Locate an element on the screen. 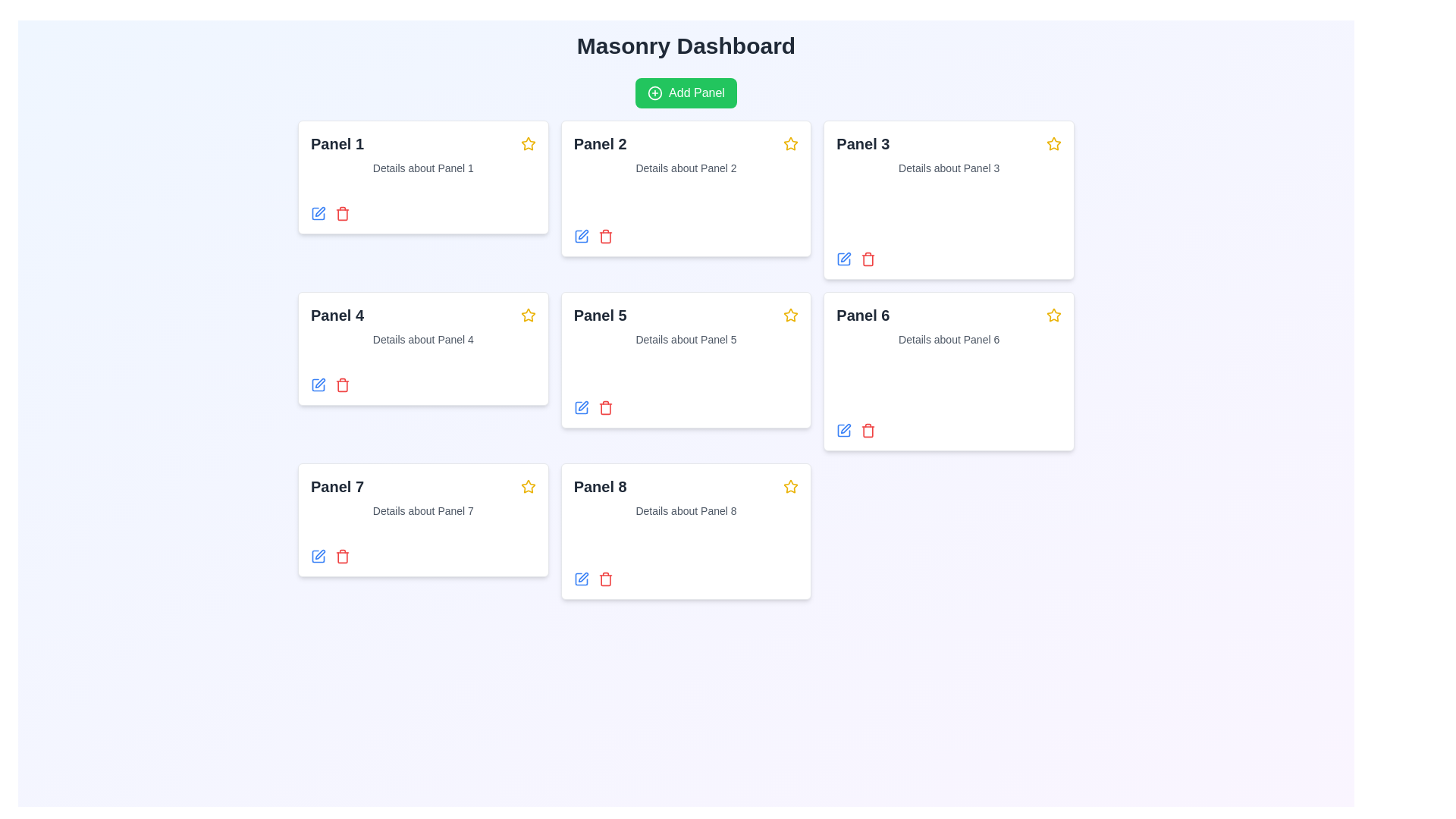 This screenshot has height=819, width=1456. the blue pen-shaped icon button located in the footer of 'Panel 8' to initiate editing functionality is located at coordinates (580, 579).